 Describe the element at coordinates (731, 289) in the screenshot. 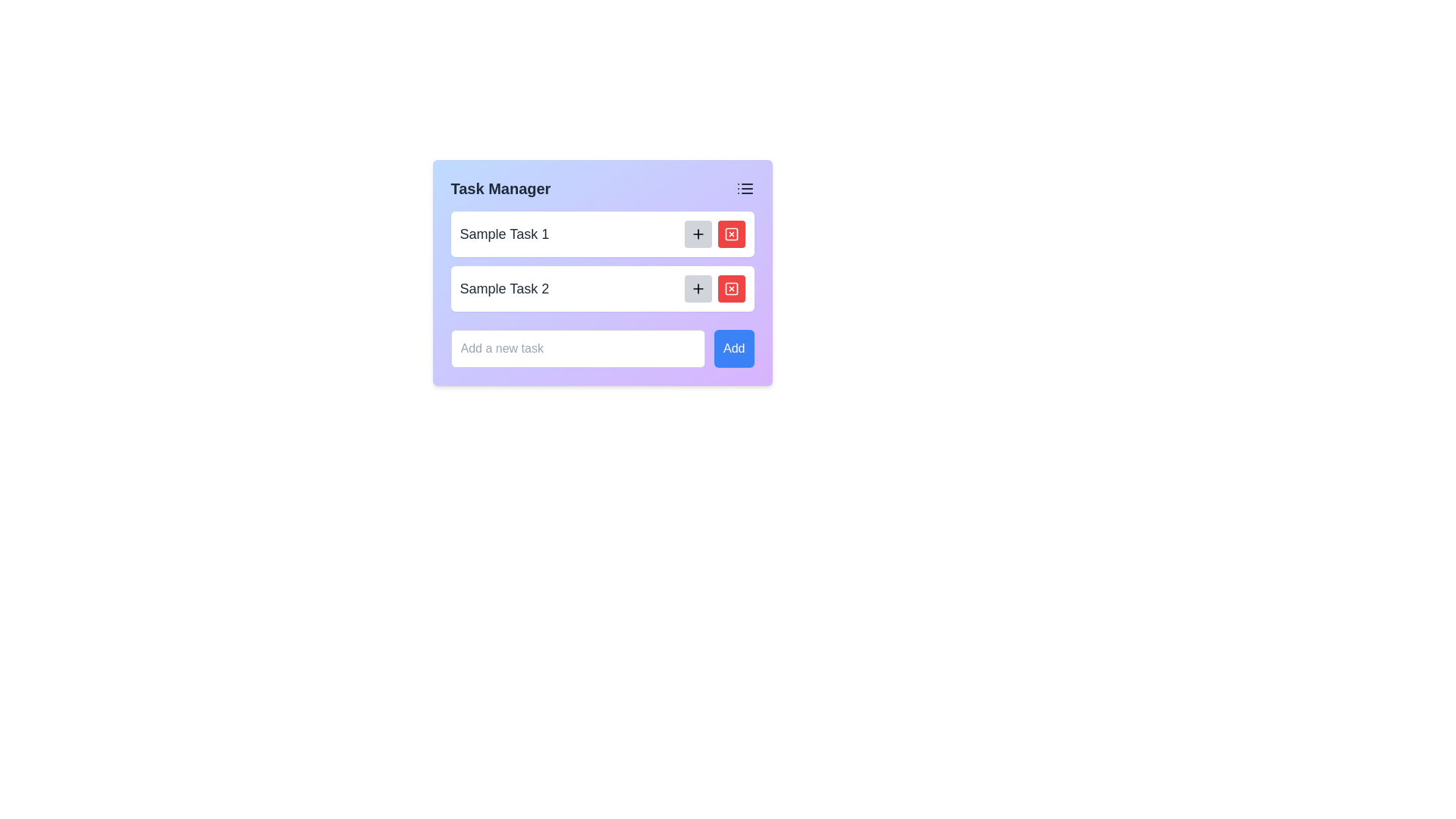

I see `the small, red rectangular button with rounded corners located at the bottom-right corner of the 'Sample Task 2' task box` at that location.